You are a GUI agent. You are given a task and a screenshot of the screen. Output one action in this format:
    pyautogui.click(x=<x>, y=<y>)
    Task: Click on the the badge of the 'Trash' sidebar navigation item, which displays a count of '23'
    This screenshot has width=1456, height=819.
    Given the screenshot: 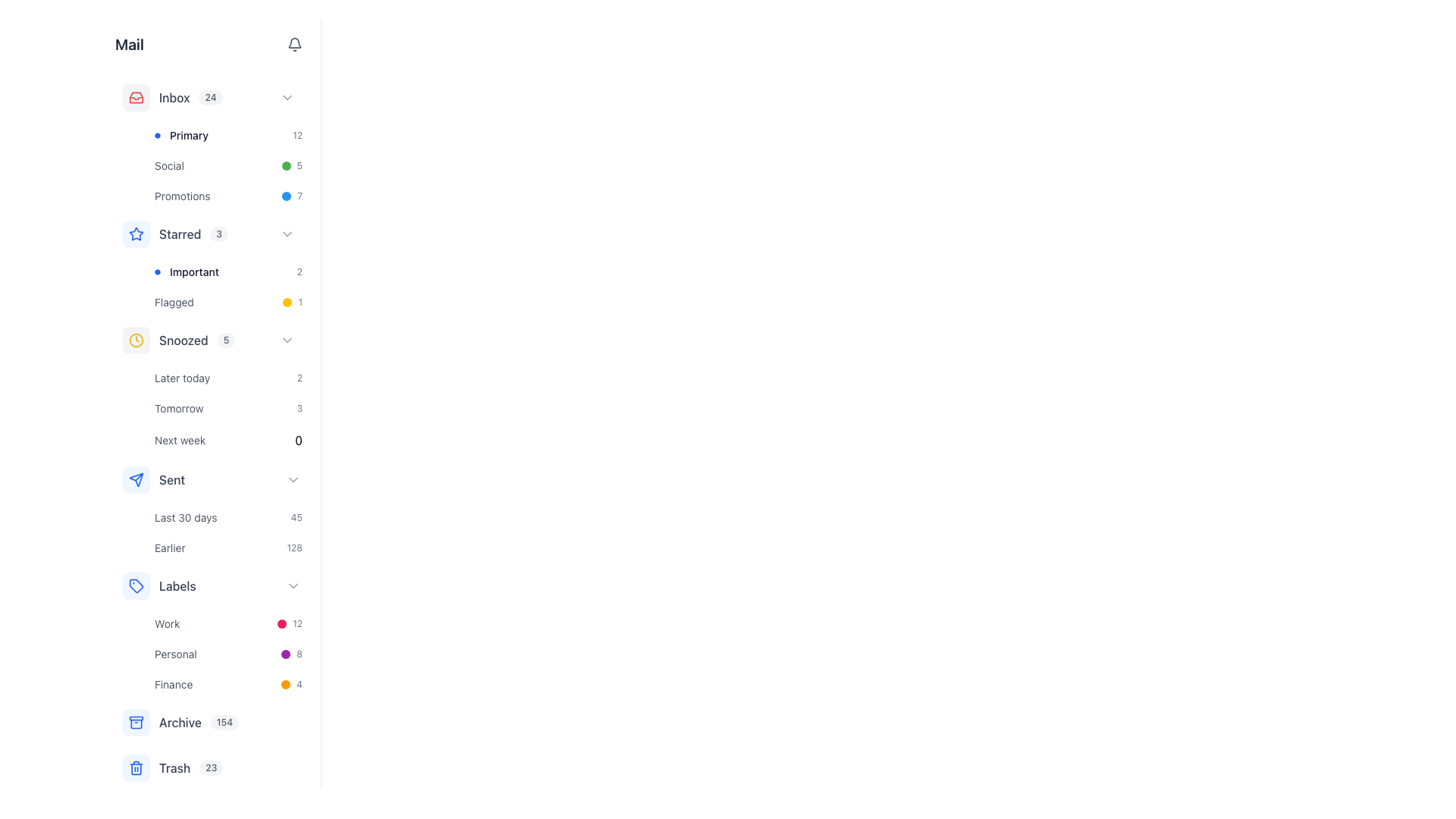 What is the action you would take?
    pyautogui.click(x=211, y=768)
    